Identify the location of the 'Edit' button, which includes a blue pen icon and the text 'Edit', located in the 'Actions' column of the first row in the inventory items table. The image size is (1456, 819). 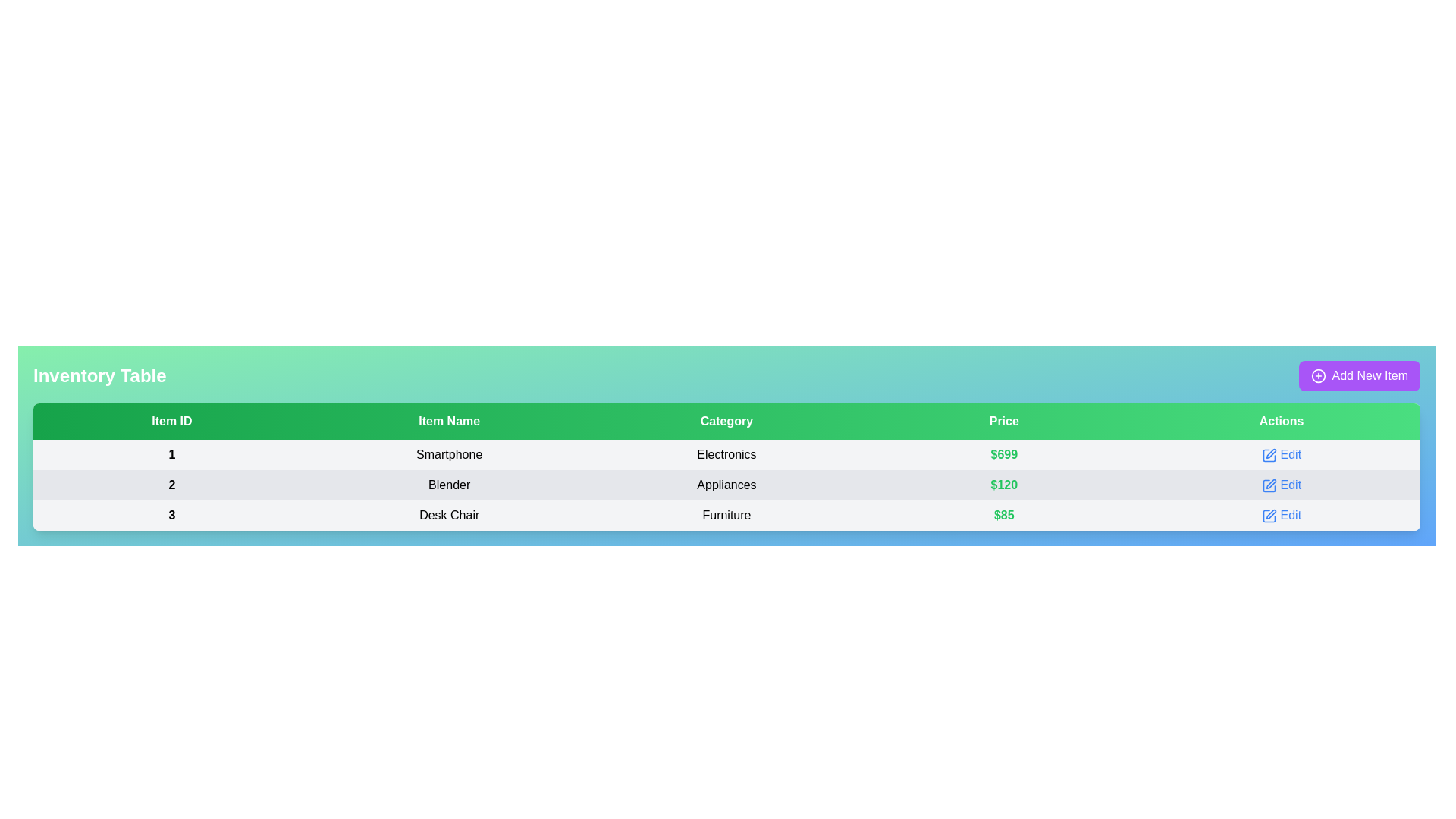
(1280, 454).